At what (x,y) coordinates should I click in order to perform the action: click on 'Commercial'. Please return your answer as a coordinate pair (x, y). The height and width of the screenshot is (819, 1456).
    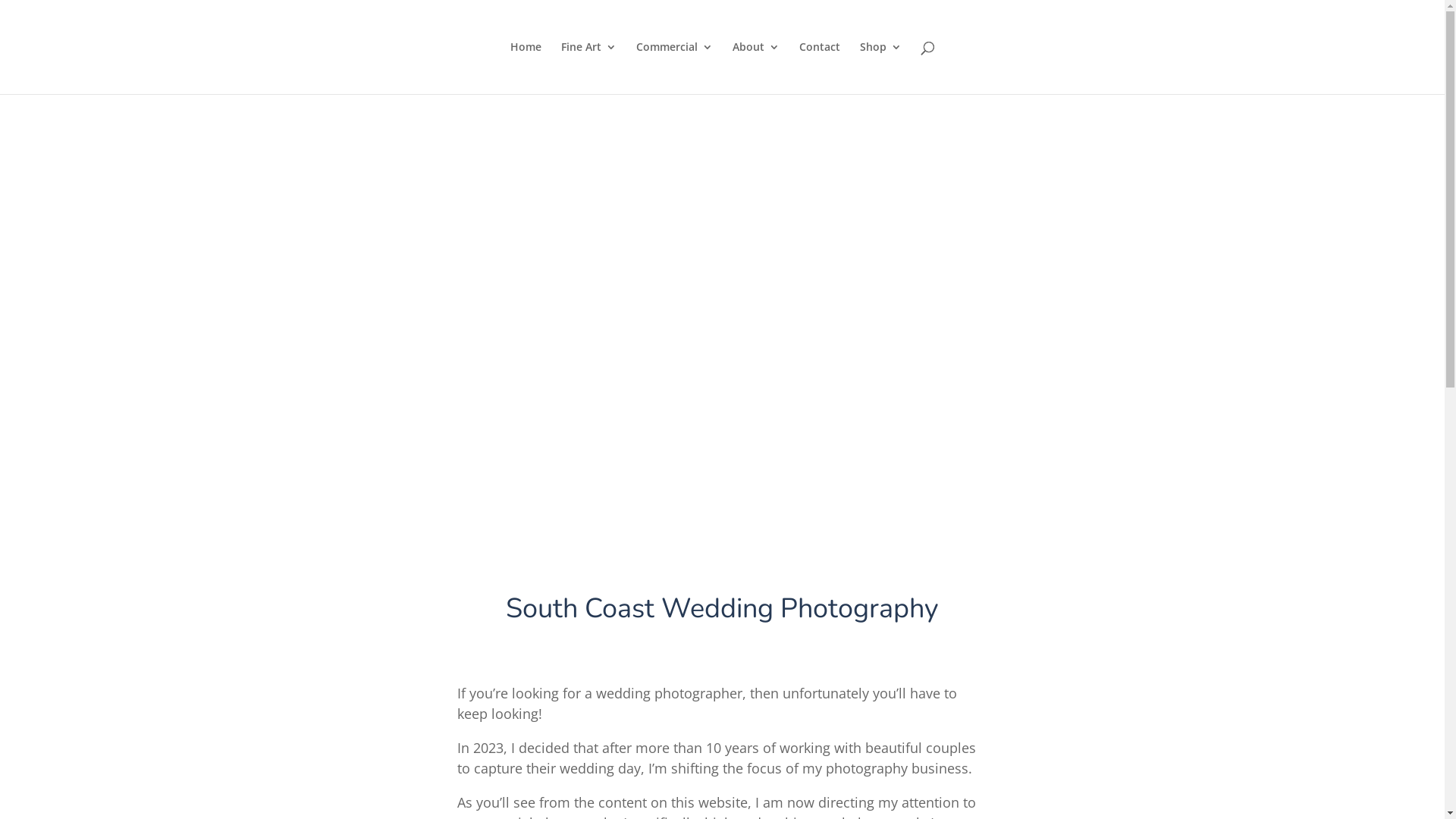
    Looking at the image, I should click on (673, 67).